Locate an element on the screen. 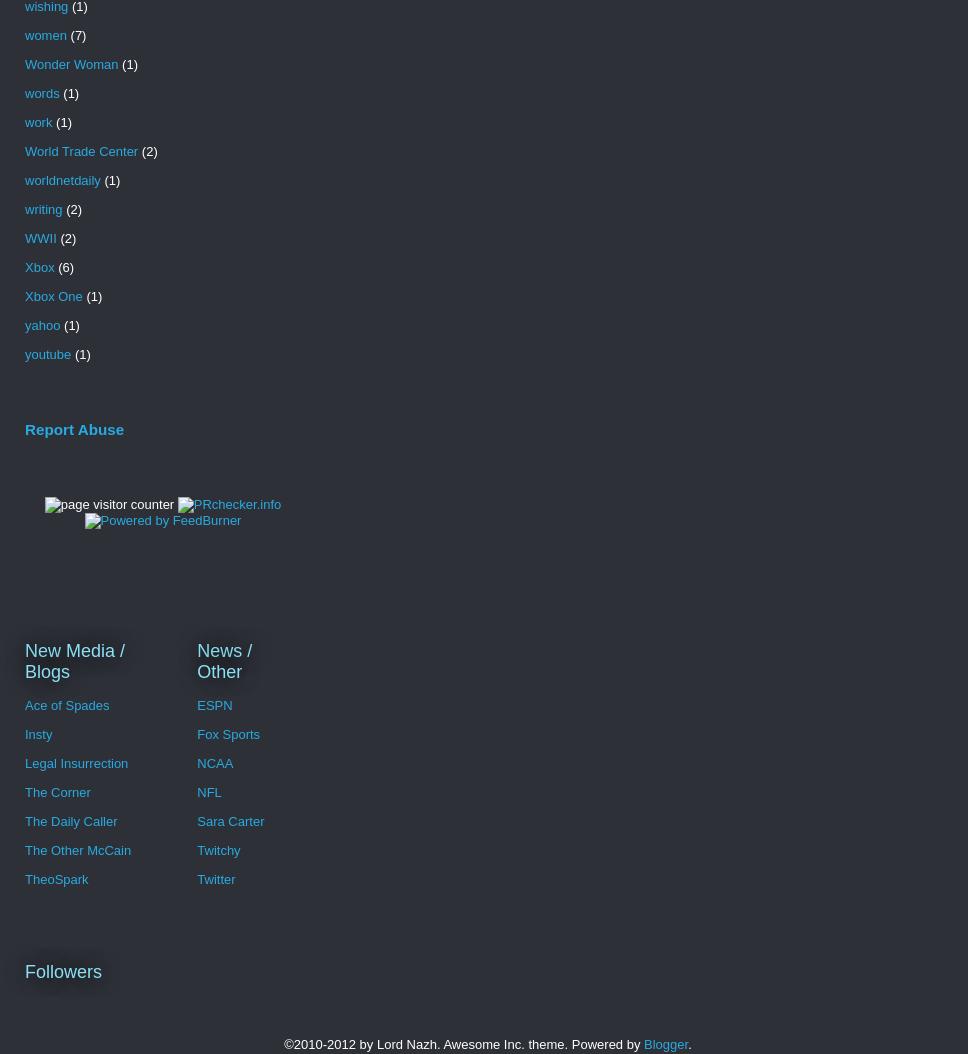  'Xbox One' is located at coordinates (52, 295).